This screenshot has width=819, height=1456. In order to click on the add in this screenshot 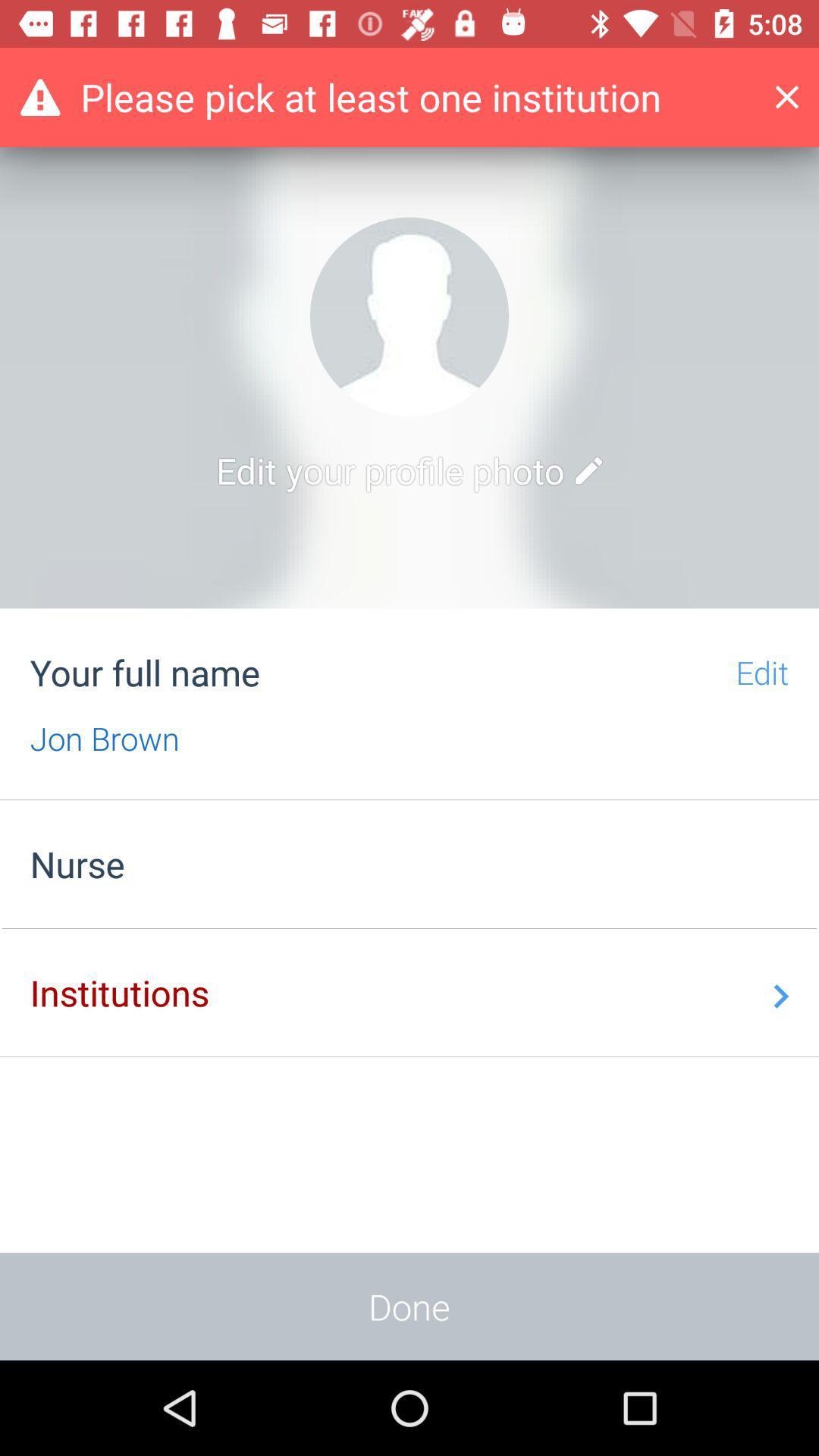, I will do `click(798, 96)`.